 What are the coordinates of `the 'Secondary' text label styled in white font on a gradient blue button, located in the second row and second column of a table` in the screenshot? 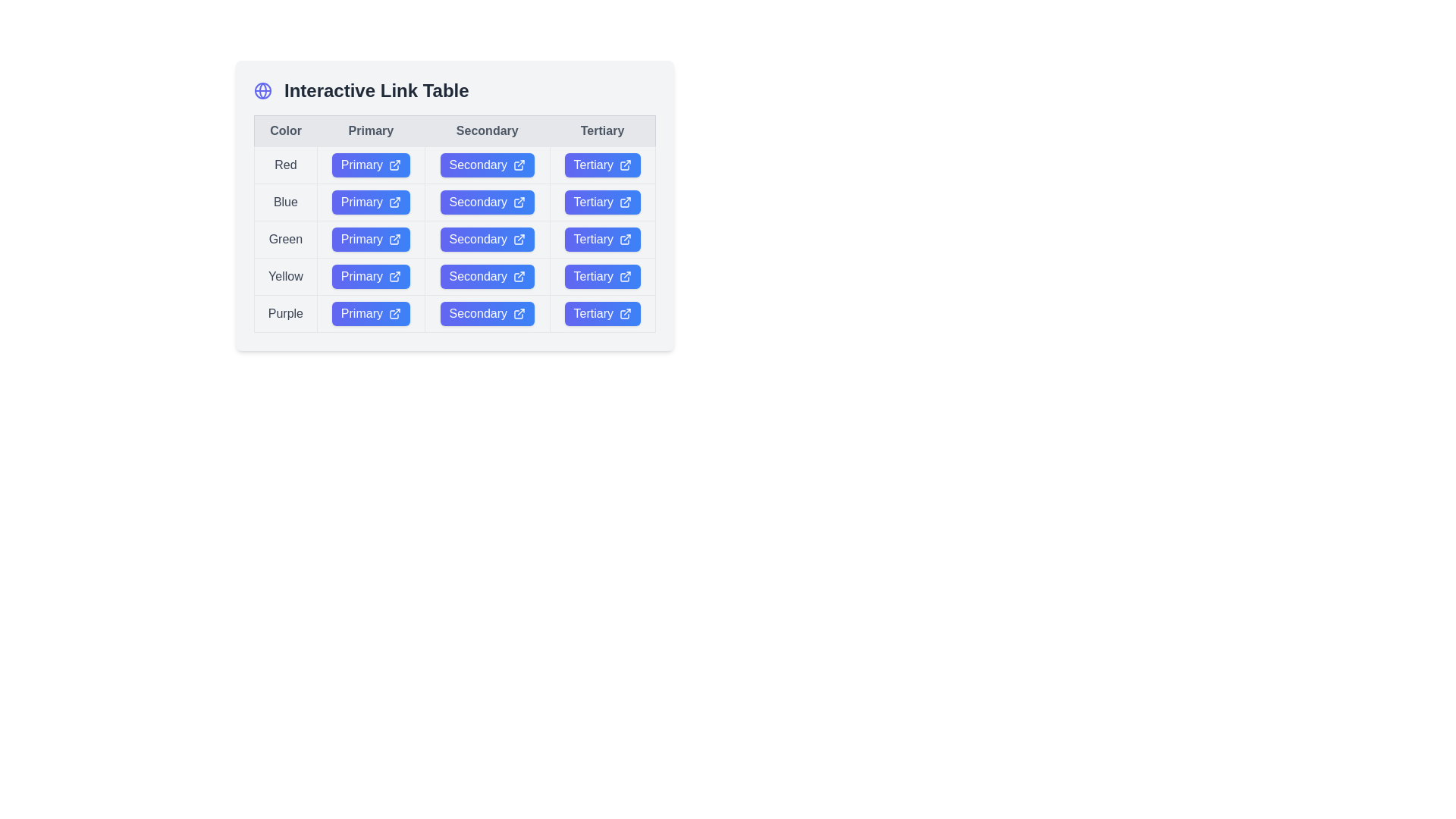 It's located at (477, 201).